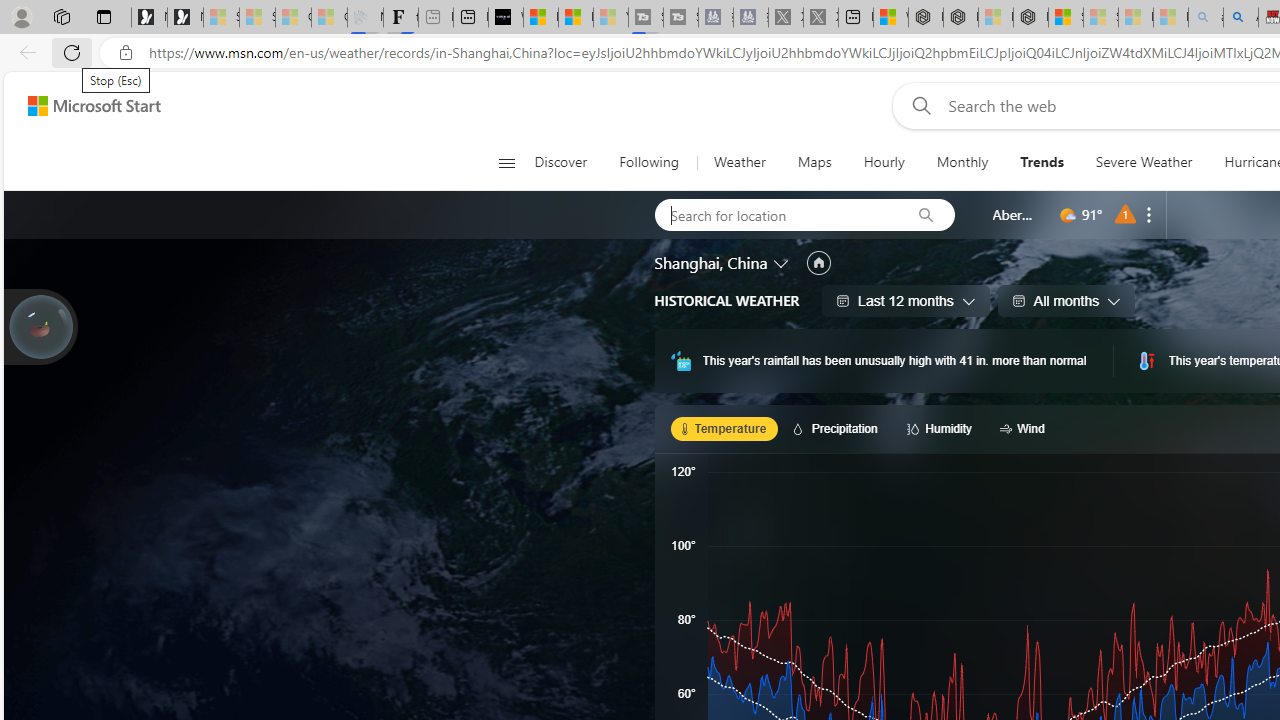  Describe the element at coordinates (781, 261) in the screenshot. I see `'Change location'` at that location.